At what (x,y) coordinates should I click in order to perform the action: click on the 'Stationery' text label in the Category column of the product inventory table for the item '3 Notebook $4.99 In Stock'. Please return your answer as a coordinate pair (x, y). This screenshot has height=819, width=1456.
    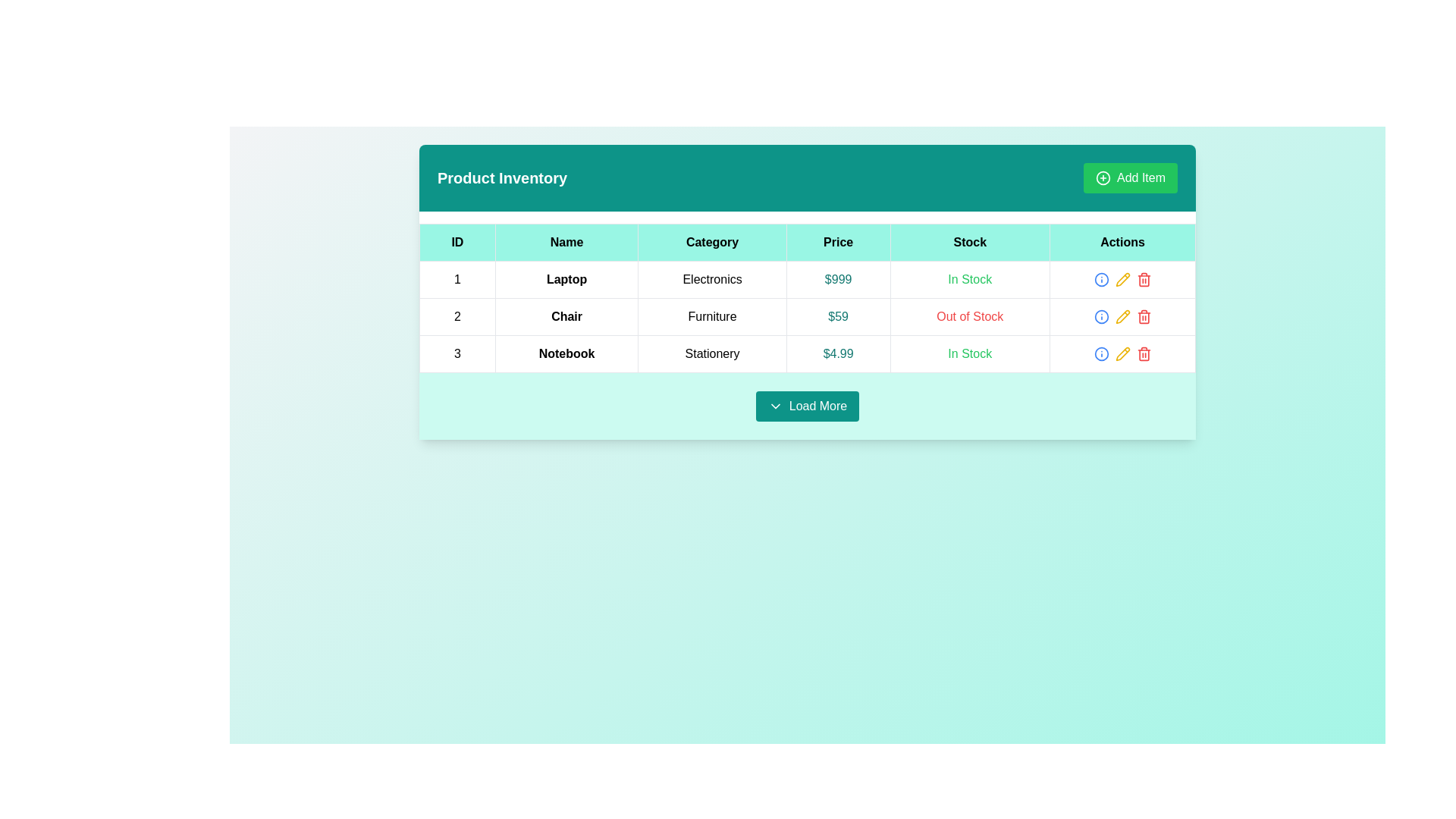
    Looking at the image, I should click on (711, 353).